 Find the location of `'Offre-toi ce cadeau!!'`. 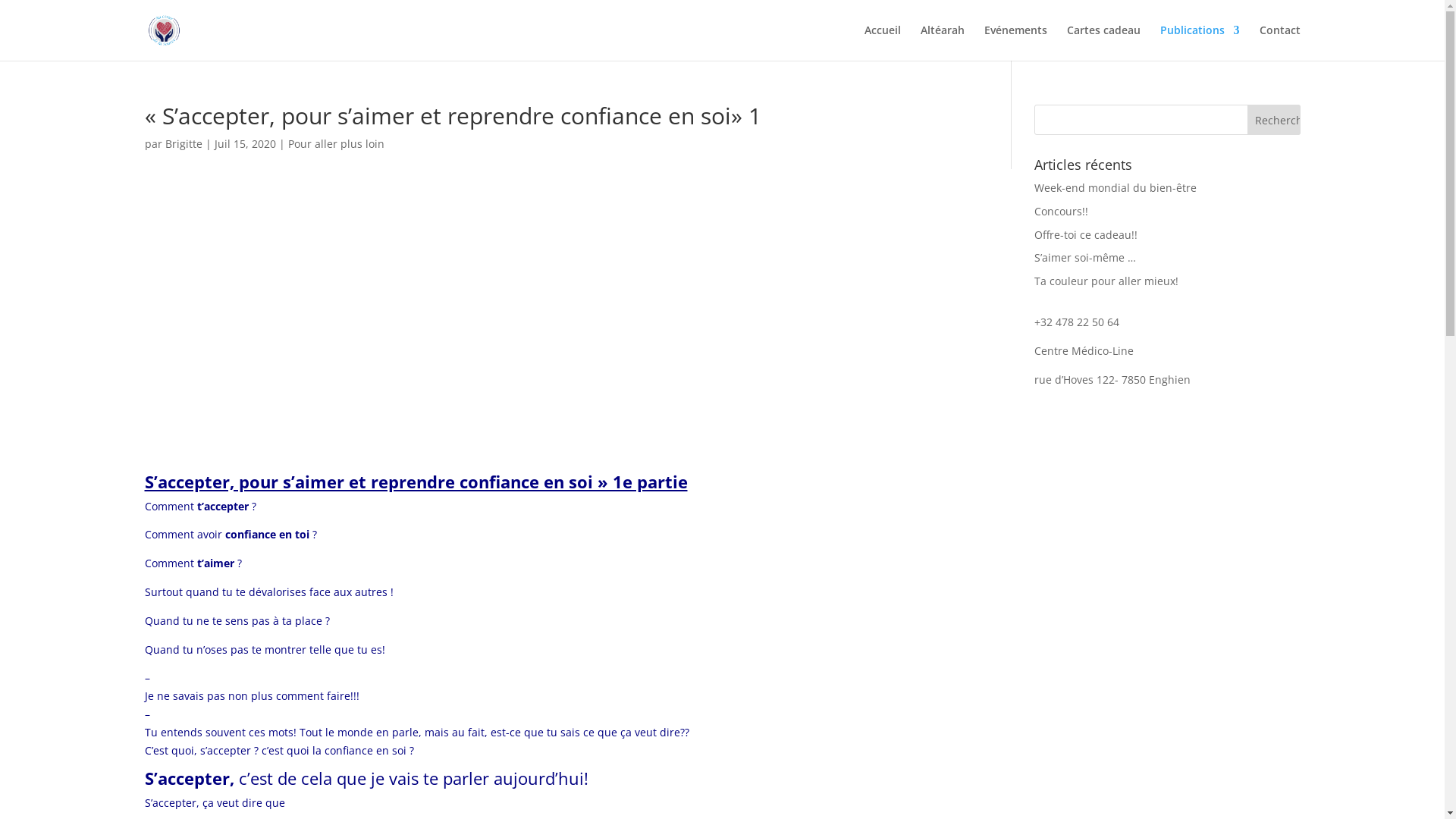

'Offre-toi ce cadeau!!' is located at coordinates (1084, 234).